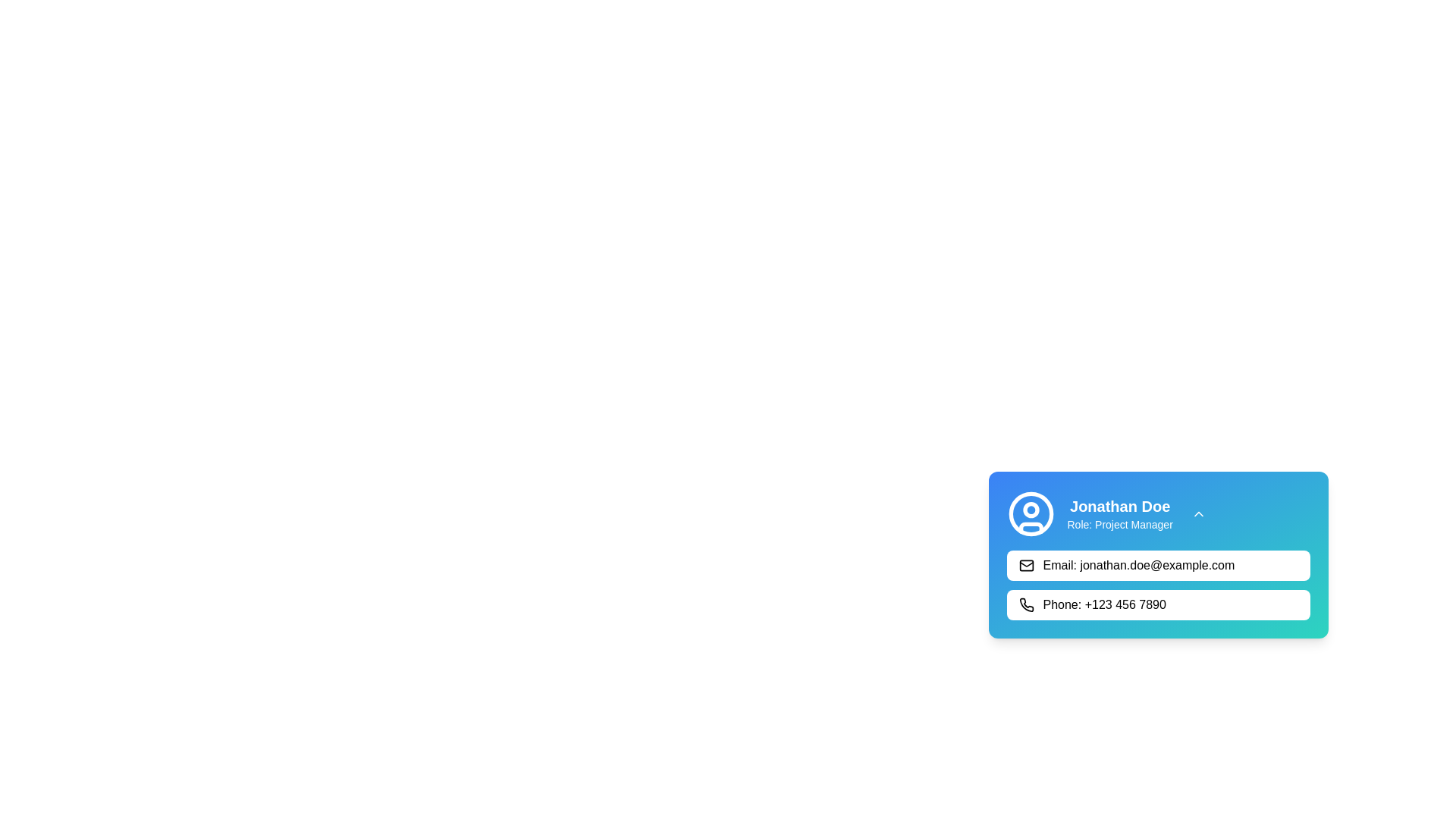 The image size is (1456, 819). I want to click on the text block displaying the name 'Jonathan Doe' and the role 'Project Manager' in the profile card located at the top-right section of the card, so click(1120, 513).